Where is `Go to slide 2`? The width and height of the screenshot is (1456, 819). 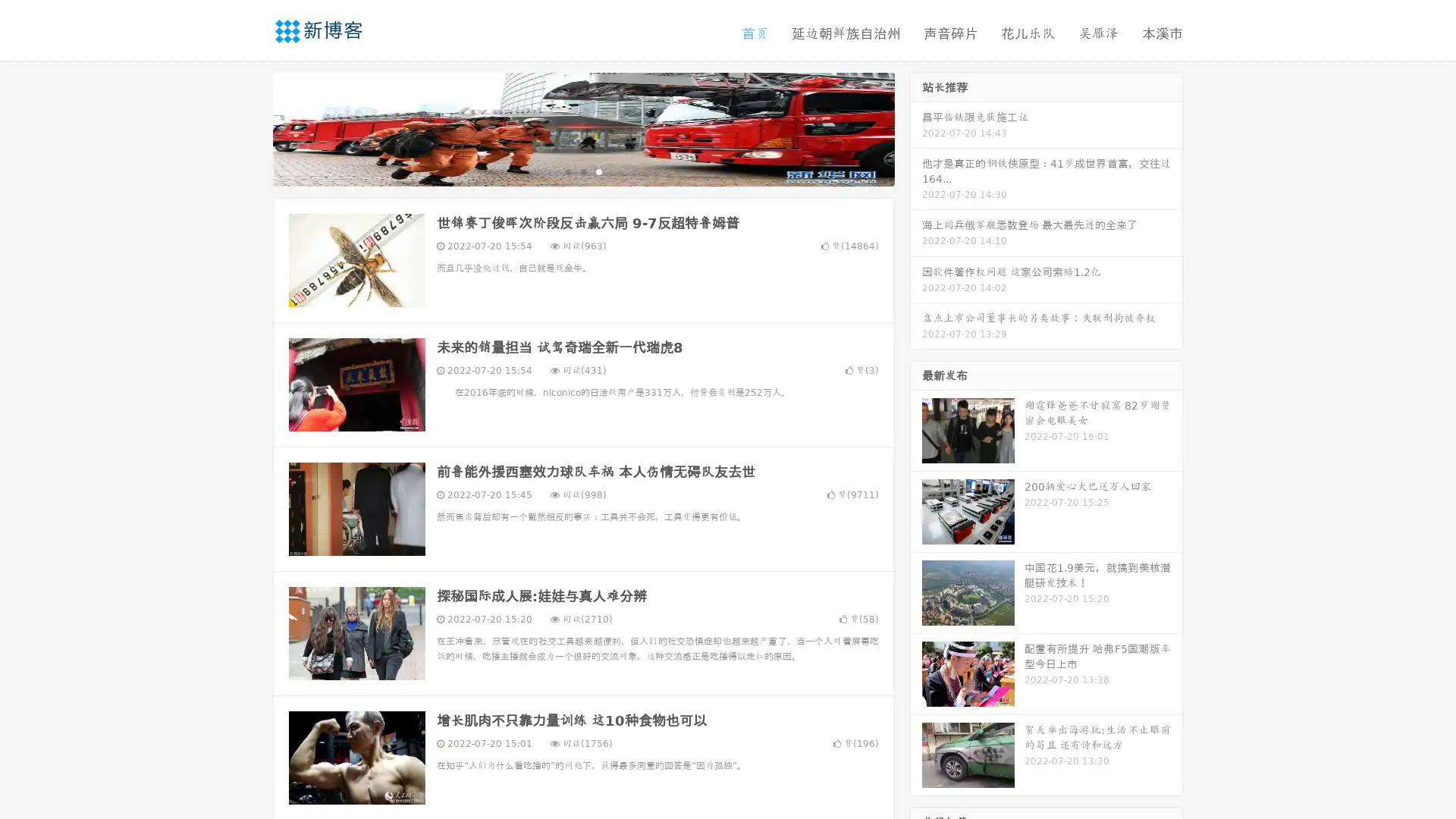
Go to slide 2 is located at coordinates (582, 171).